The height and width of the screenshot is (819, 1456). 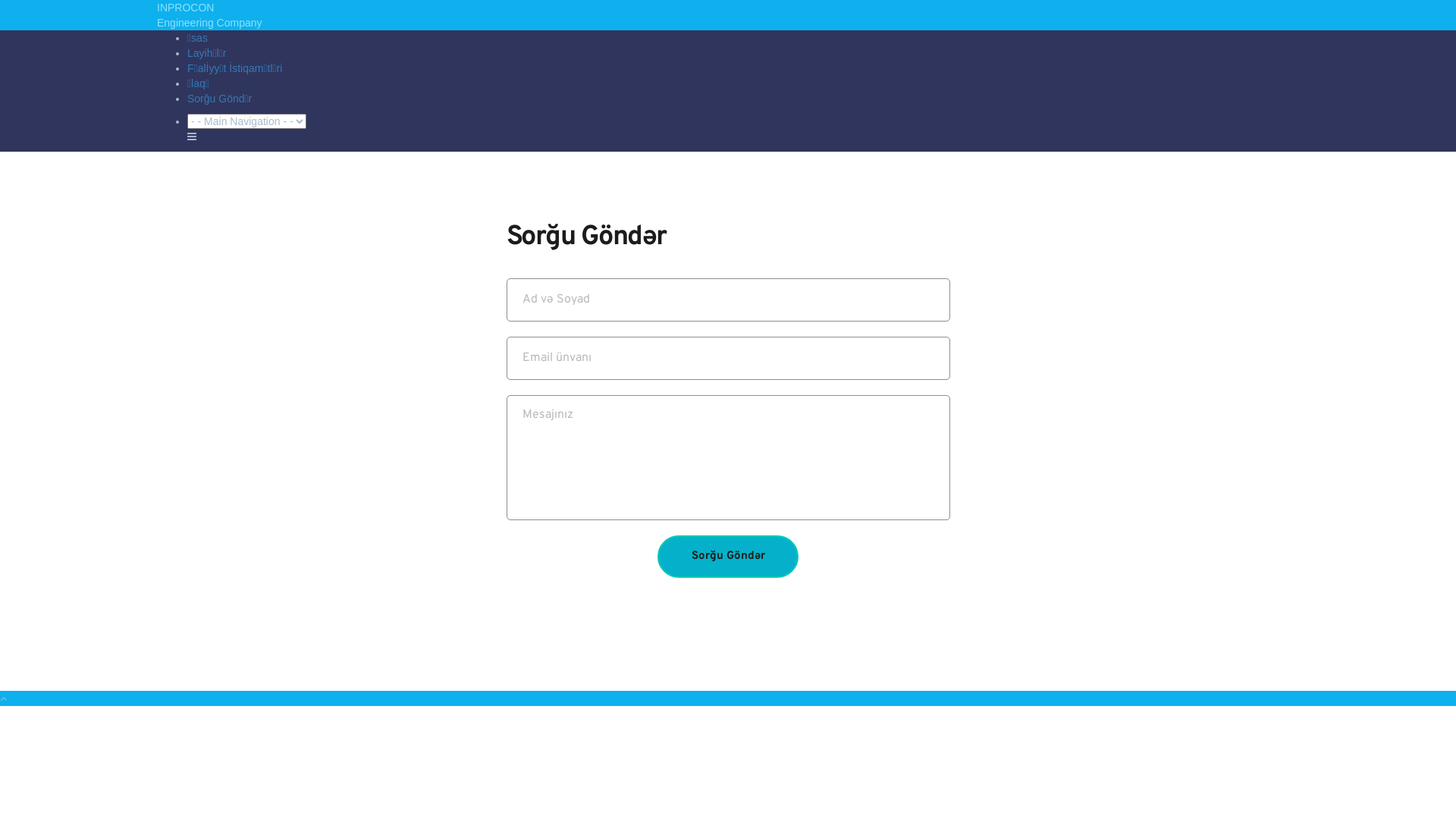 What do you see at coordinates (184, 8) in the screenshot?
I see `'INPROCON'` at bounding box center [184, 8].